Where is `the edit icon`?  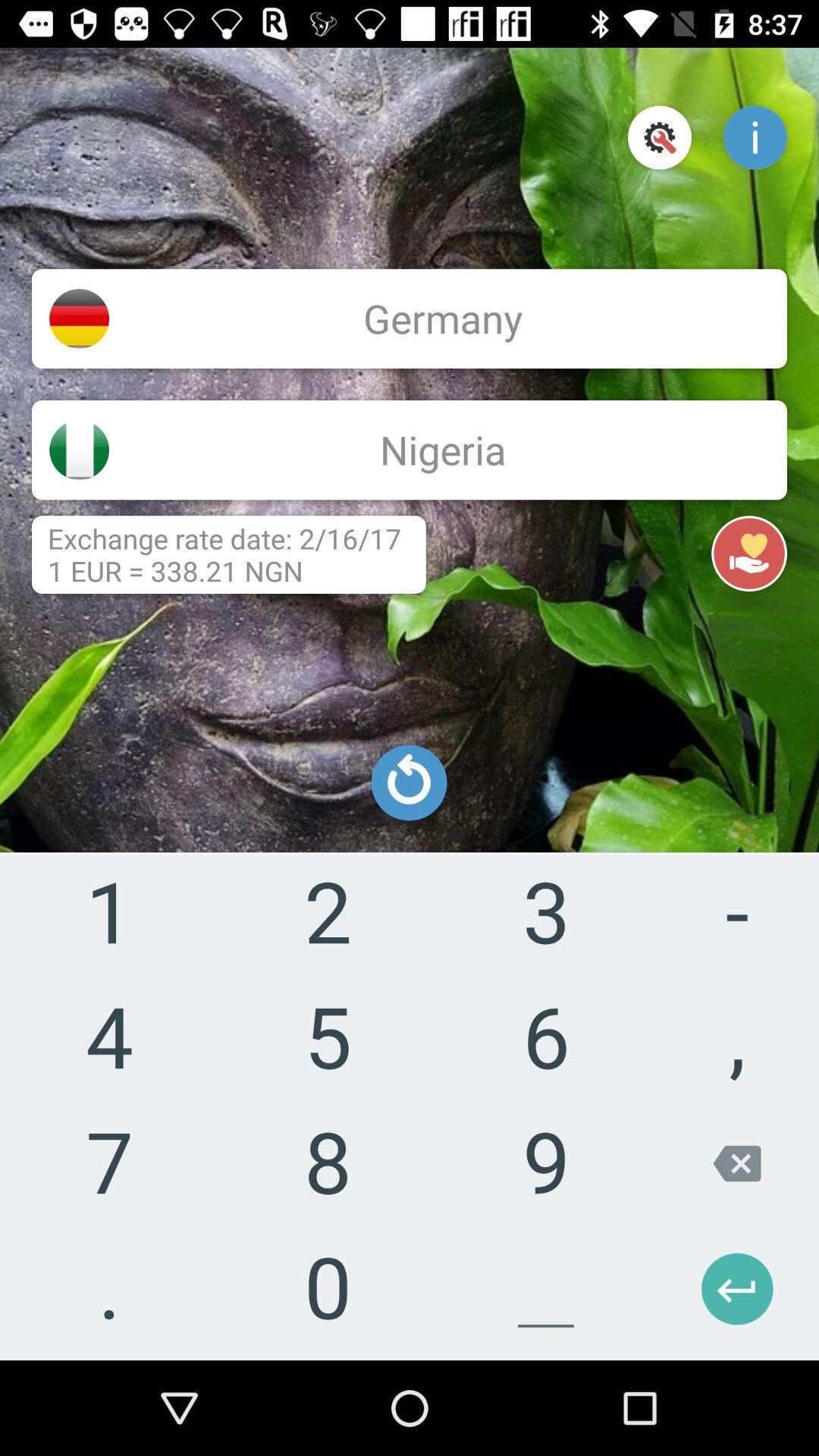 the edit icon is located at coordinates (79, 703).